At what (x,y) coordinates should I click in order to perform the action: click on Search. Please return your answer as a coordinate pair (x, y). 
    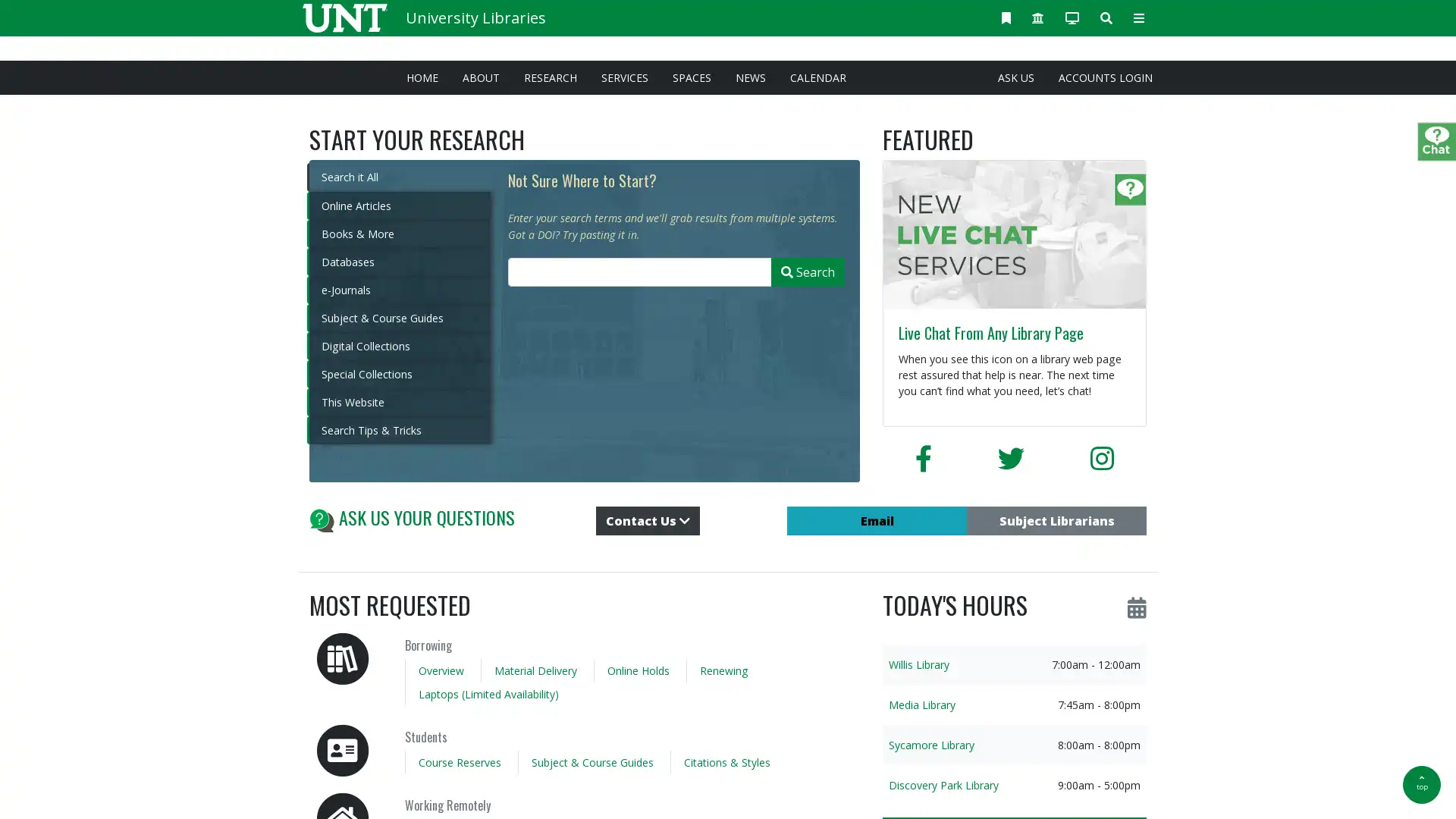
    Looking at the image, I should click on (807, 271).